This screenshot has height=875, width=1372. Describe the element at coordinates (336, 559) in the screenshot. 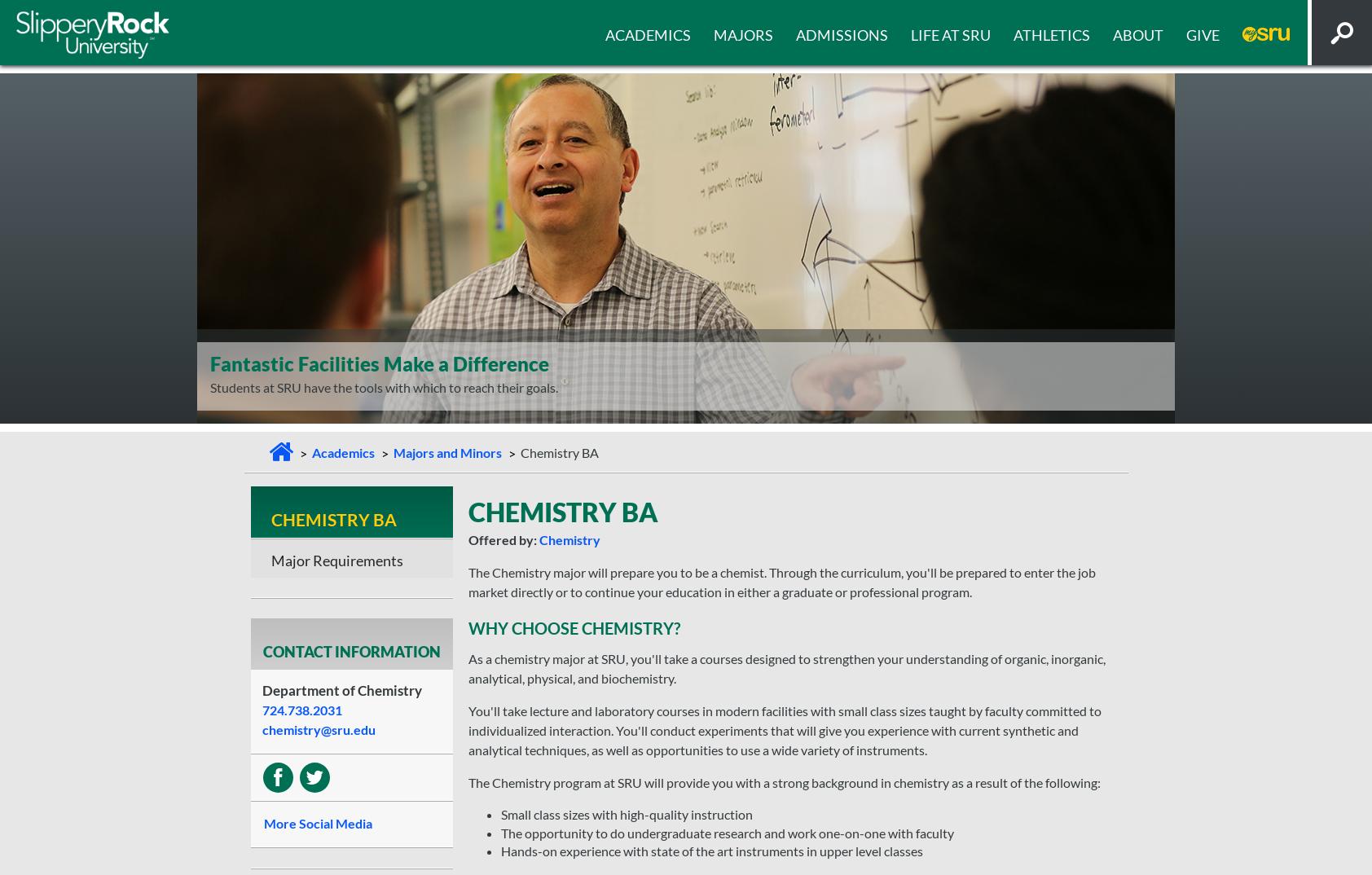

I see `'Major Requirements'` at that location.